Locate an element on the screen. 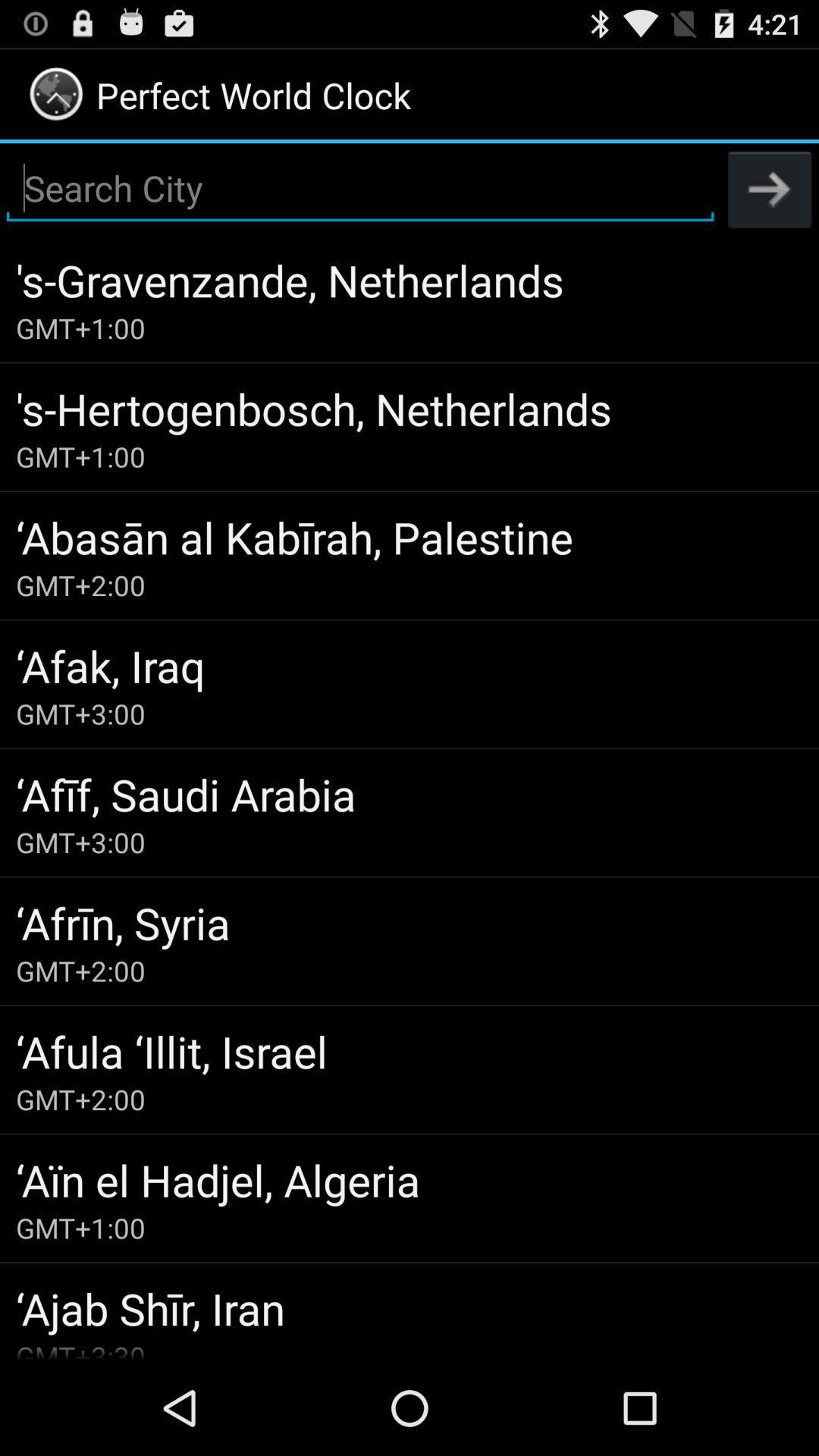  item above gmt+1:00 is located at coordinates (409, 1178).